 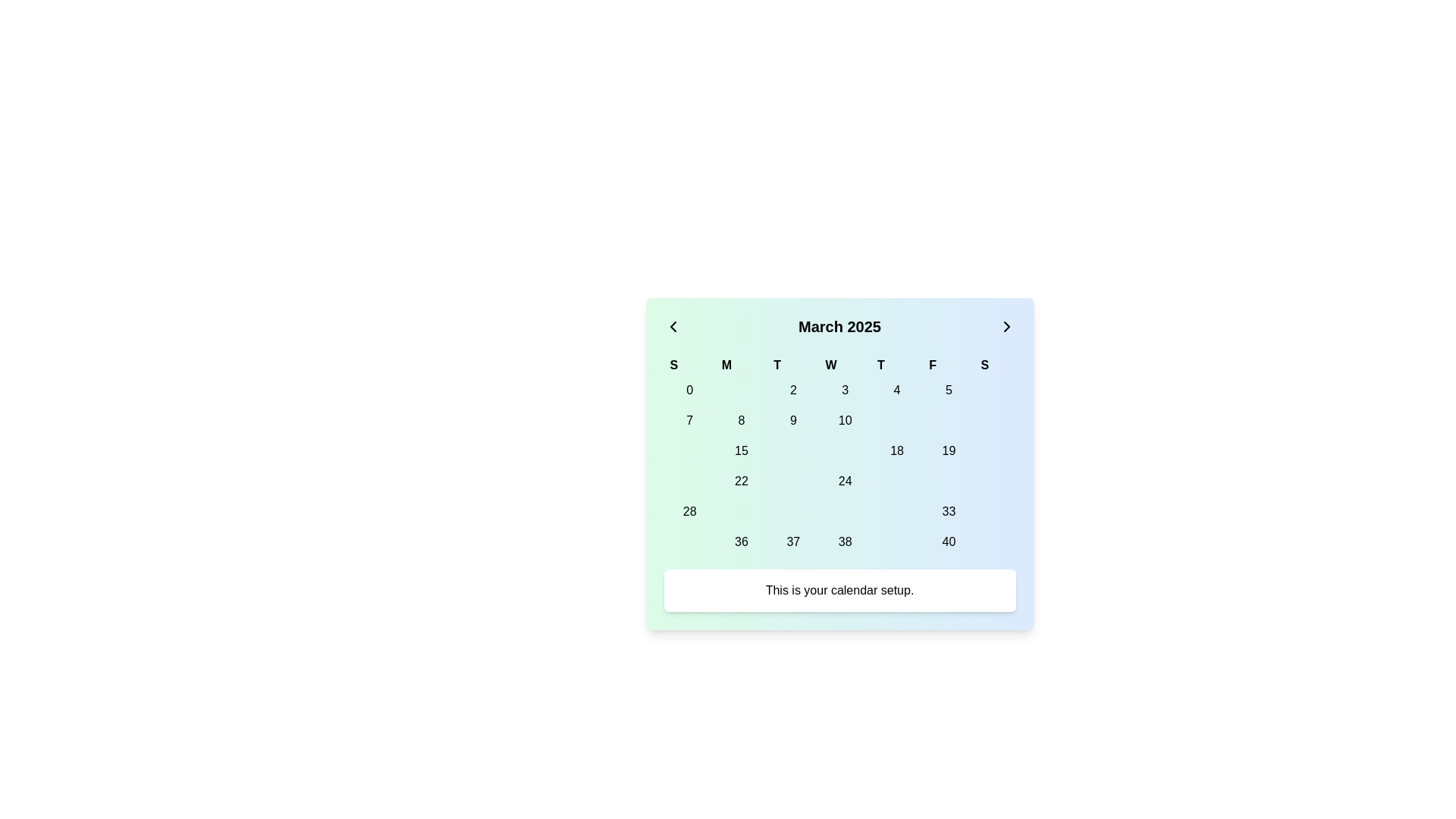 What do you see at coordinates (689, 541) in the screenshot?
I see `the Graphical Indicator that highlights a specific day in the calendar view, located below number 28 and to the left of number 36` at bounding box center [689, 541].